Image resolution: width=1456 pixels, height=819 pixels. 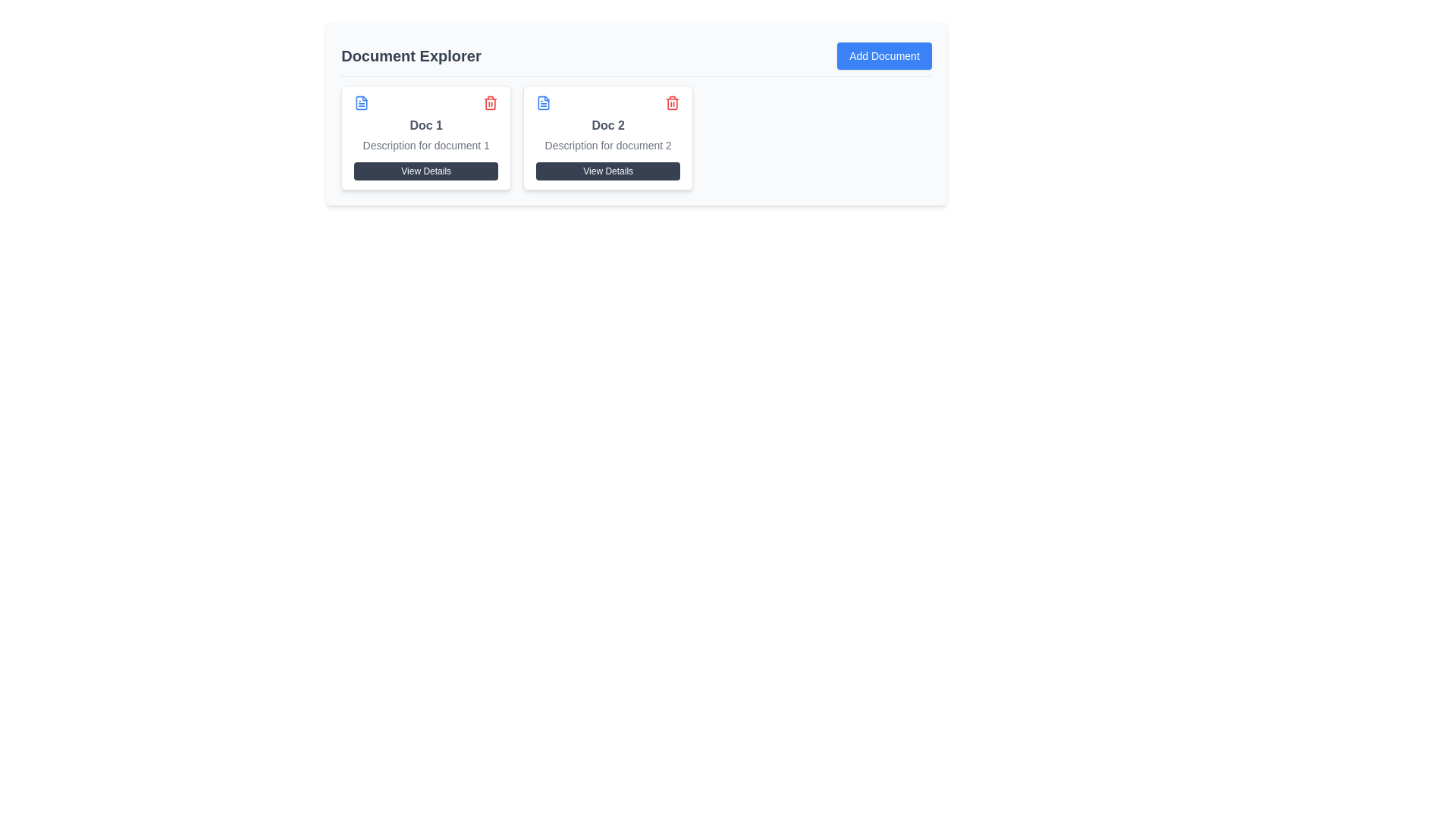 I want to click on the 'View Details' button with a blue-grey background and white text located at the bottom-center of the 'Doc 2' card, so click(x=608, y=171).